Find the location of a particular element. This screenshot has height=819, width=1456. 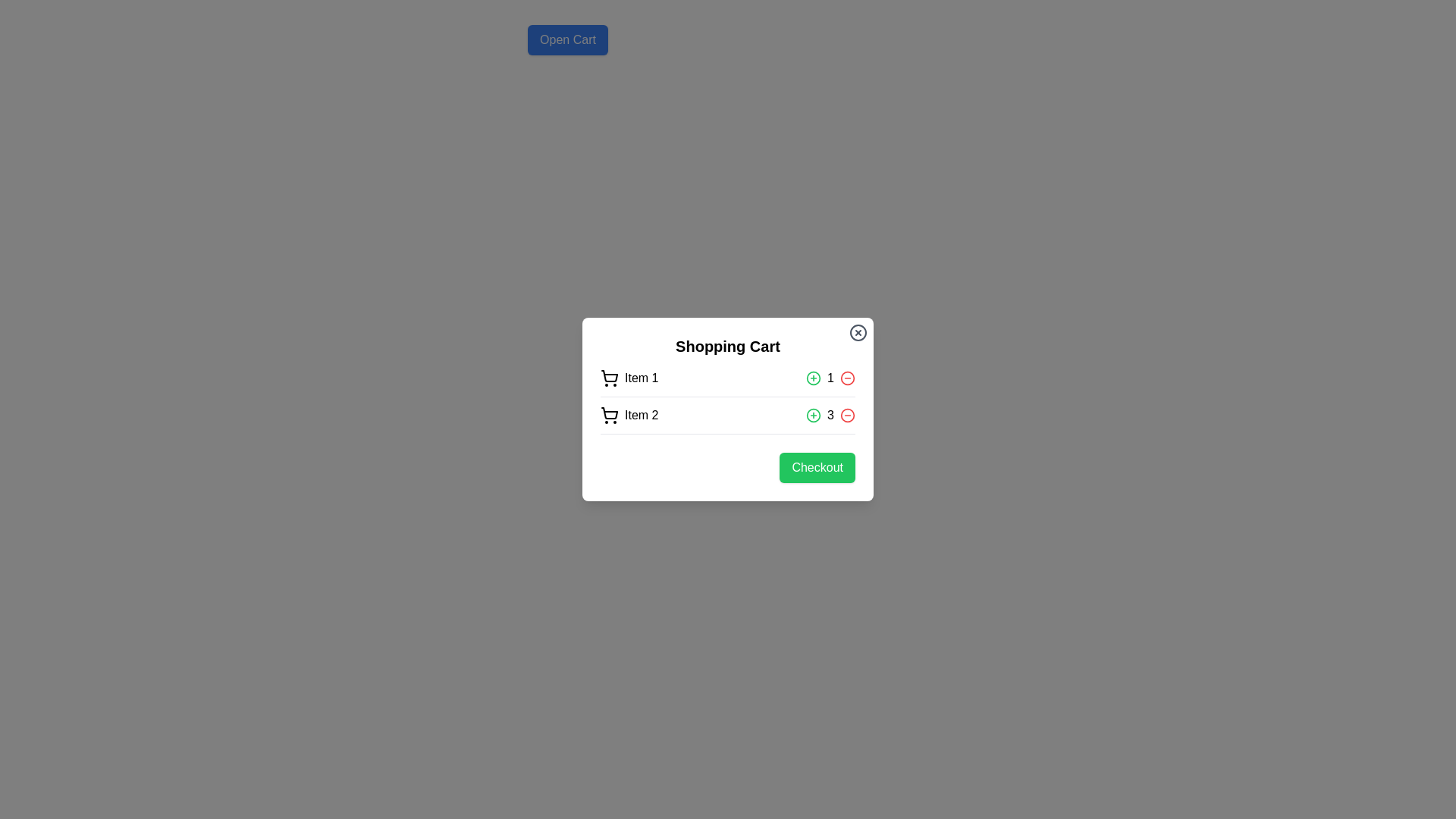

the text label reading 'Item 2' is located at coordinates (629, 415).